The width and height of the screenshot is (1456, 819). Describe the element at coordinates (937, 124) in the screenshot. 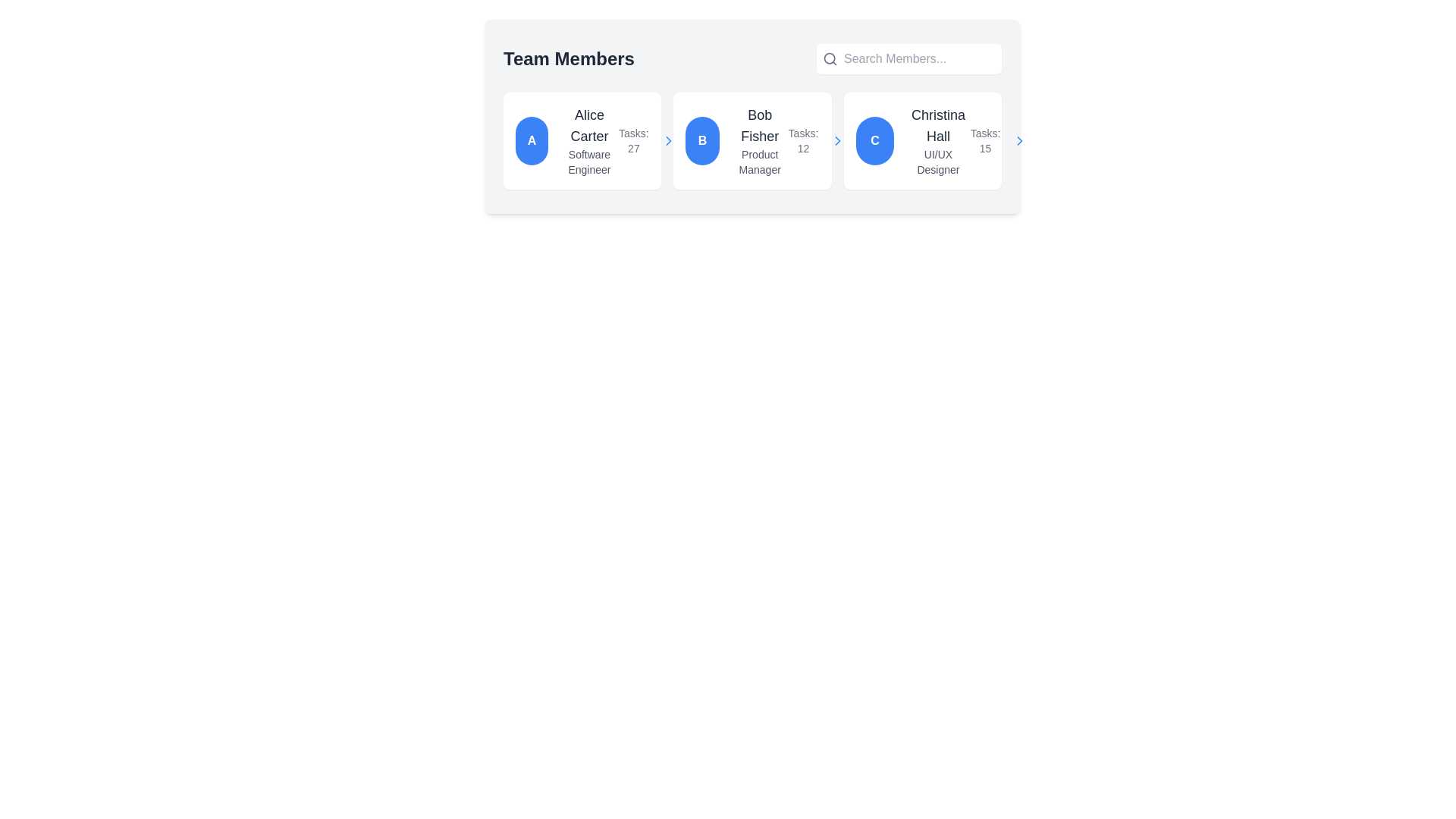

I see `the text label displaying the name 'Christina Hall', which is prominently styled in a large, bold, gray font, located in the third card of the team member cards` at that location.